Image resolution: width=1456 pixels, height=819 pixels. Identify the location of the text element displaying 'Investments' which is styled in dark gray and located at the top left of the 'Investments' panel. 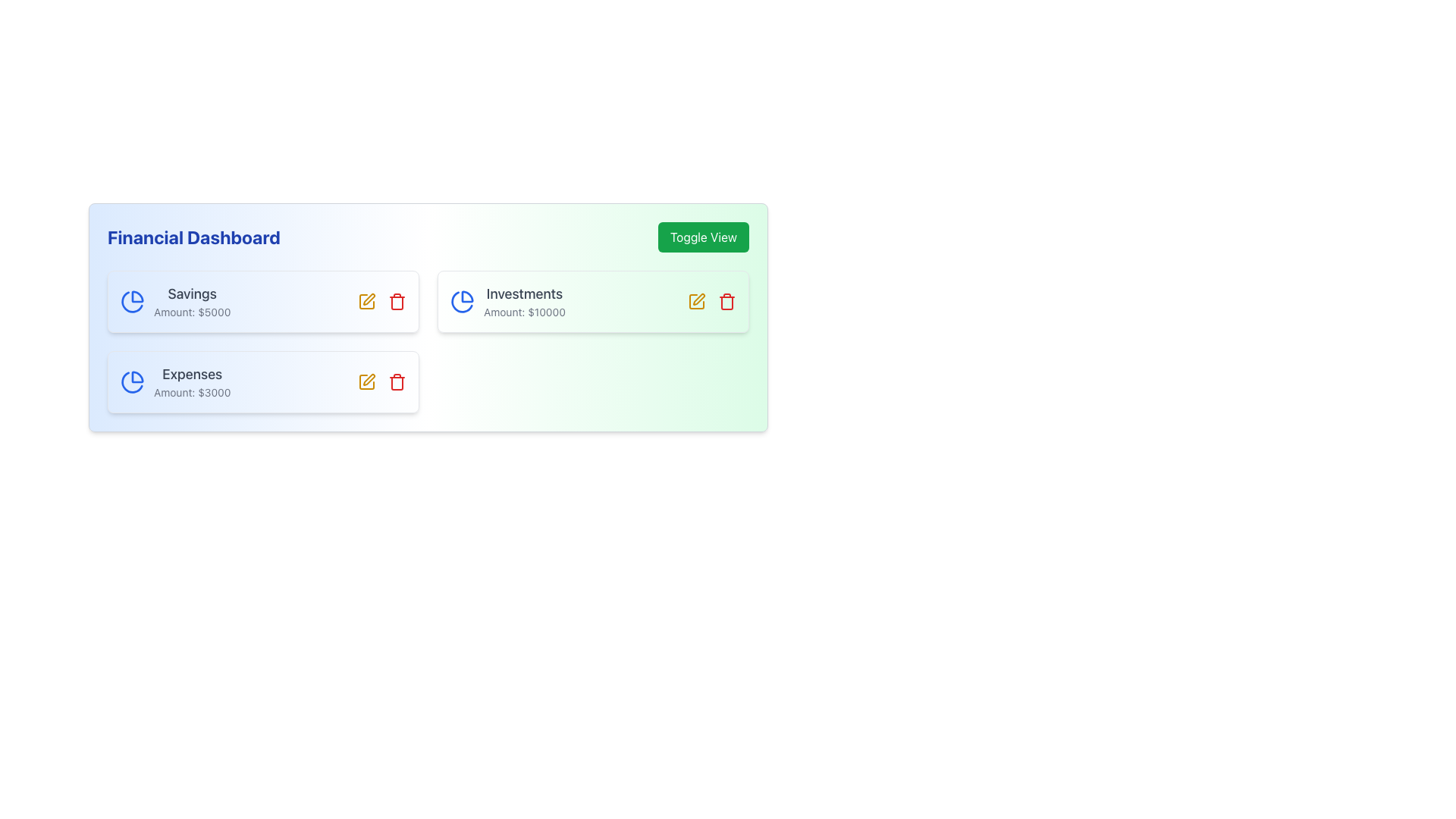
(524, 294).